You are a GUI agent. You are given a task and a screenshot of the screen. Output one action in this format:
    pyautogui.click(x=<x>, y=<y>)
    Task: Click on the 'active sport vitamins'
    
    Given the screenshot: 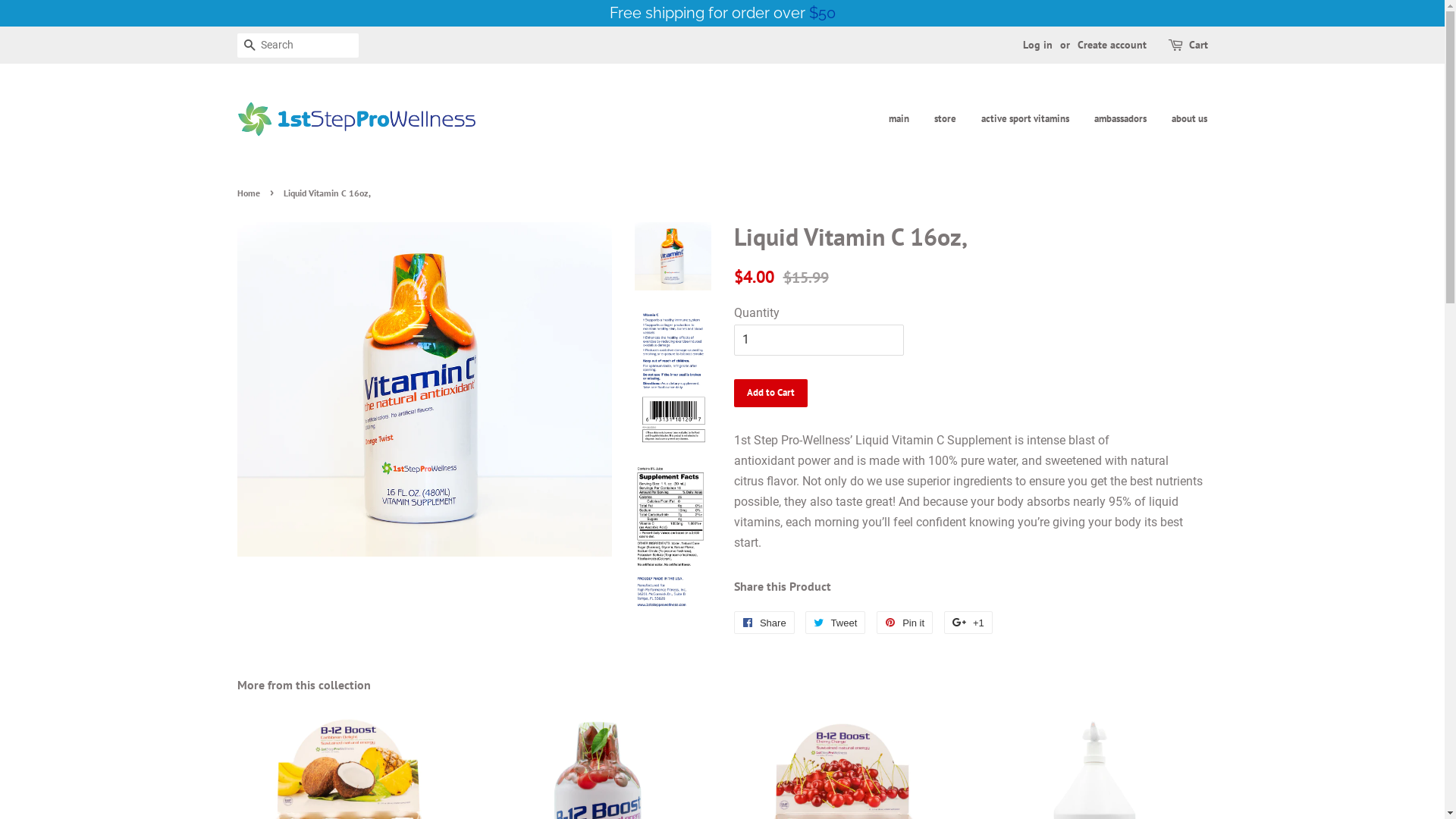 What is the action you would take?
    pyautogui.click(x=1025, y=118)
    